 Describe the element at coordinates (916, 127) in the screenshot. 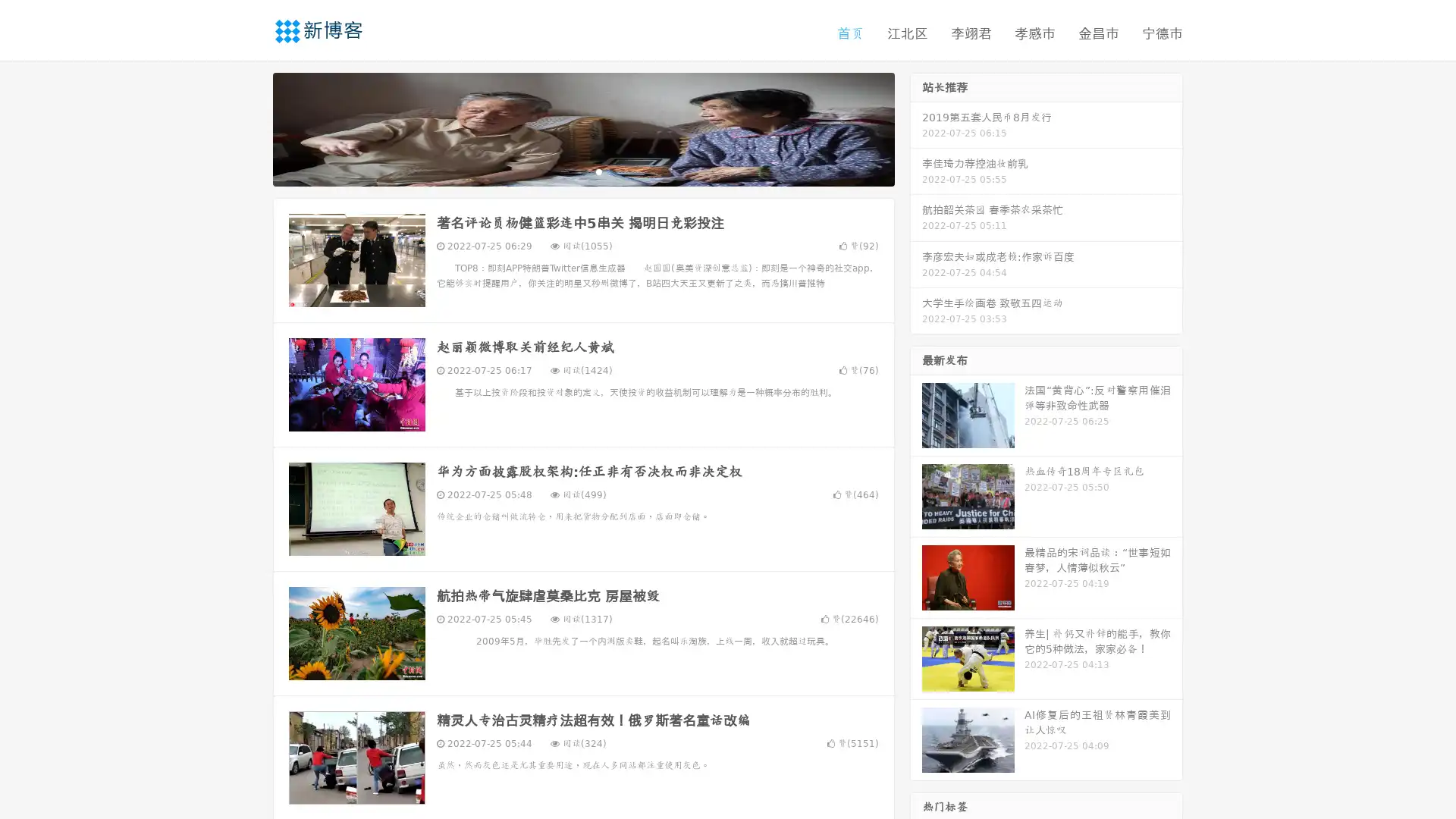

I see `Next slide` at that location.